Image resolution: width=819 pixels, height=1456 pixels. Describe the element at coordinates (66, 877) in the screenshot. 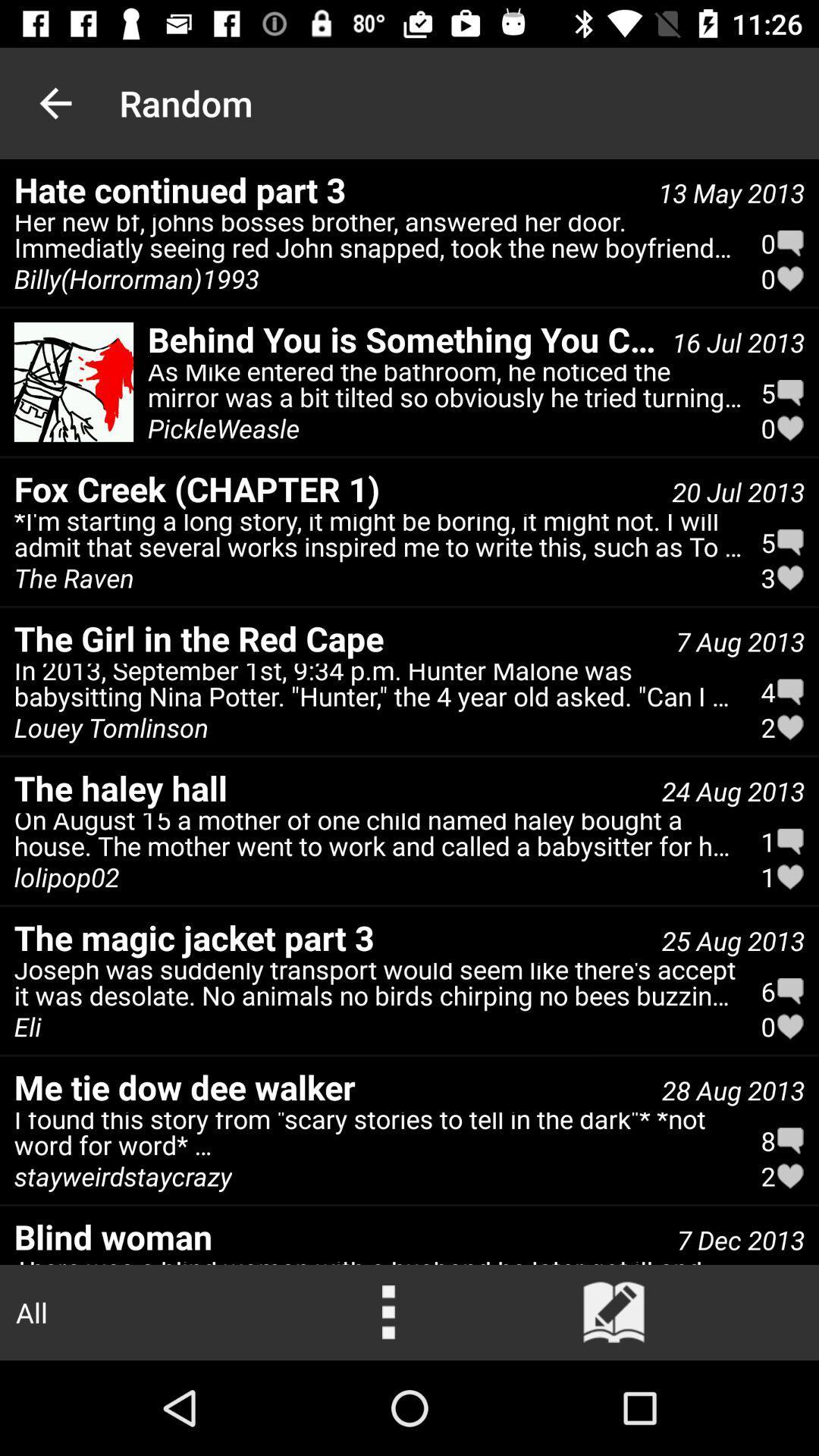

I see `the item to the left of 1 item` at that location.